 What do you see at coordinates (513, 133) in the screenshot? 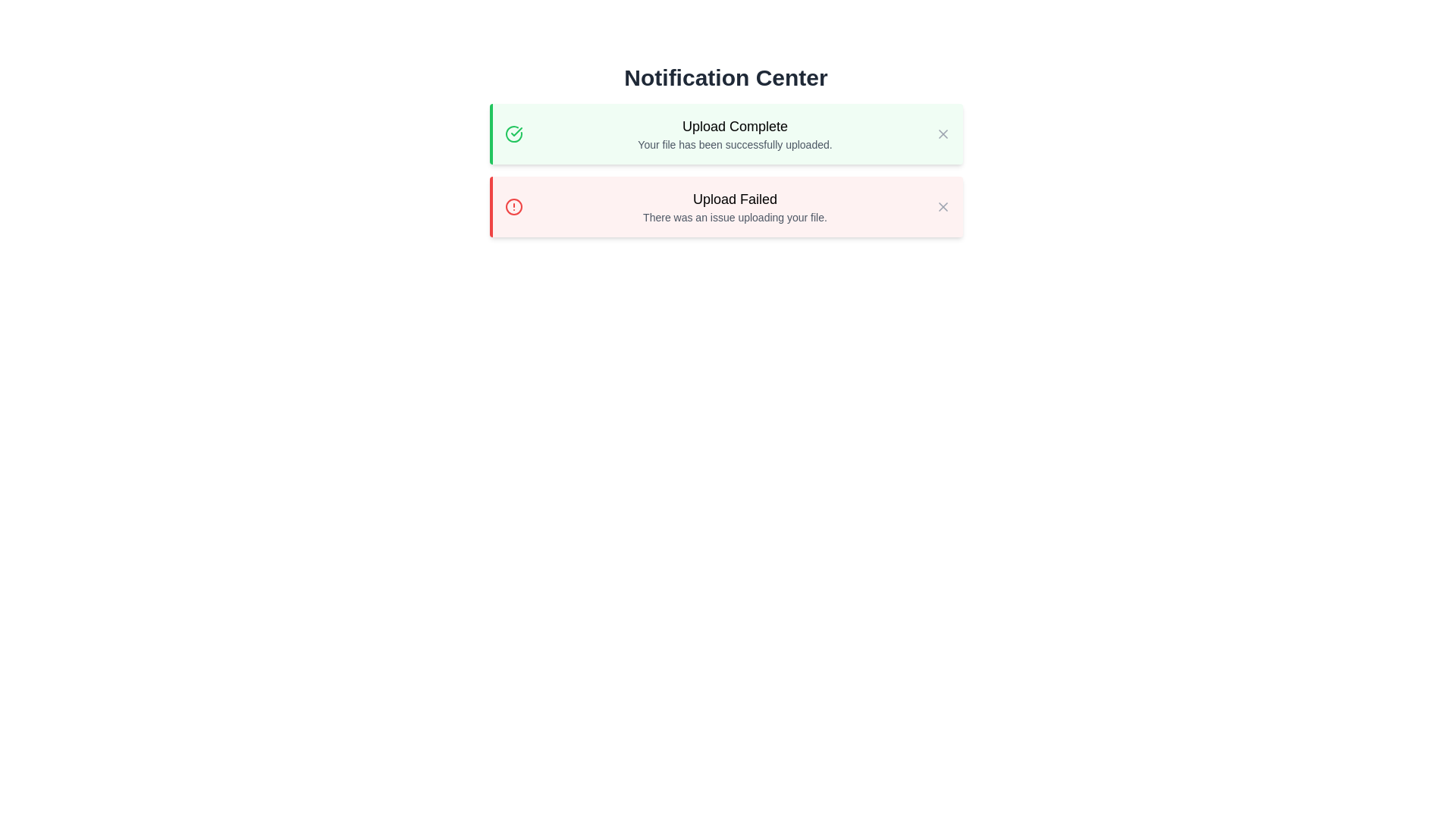
I see `the green circular icon with a checkmark inside, indicating a successful action, located at the top-left corner of the 'Upload Complete' notification message` at bounding box center [513, 133].